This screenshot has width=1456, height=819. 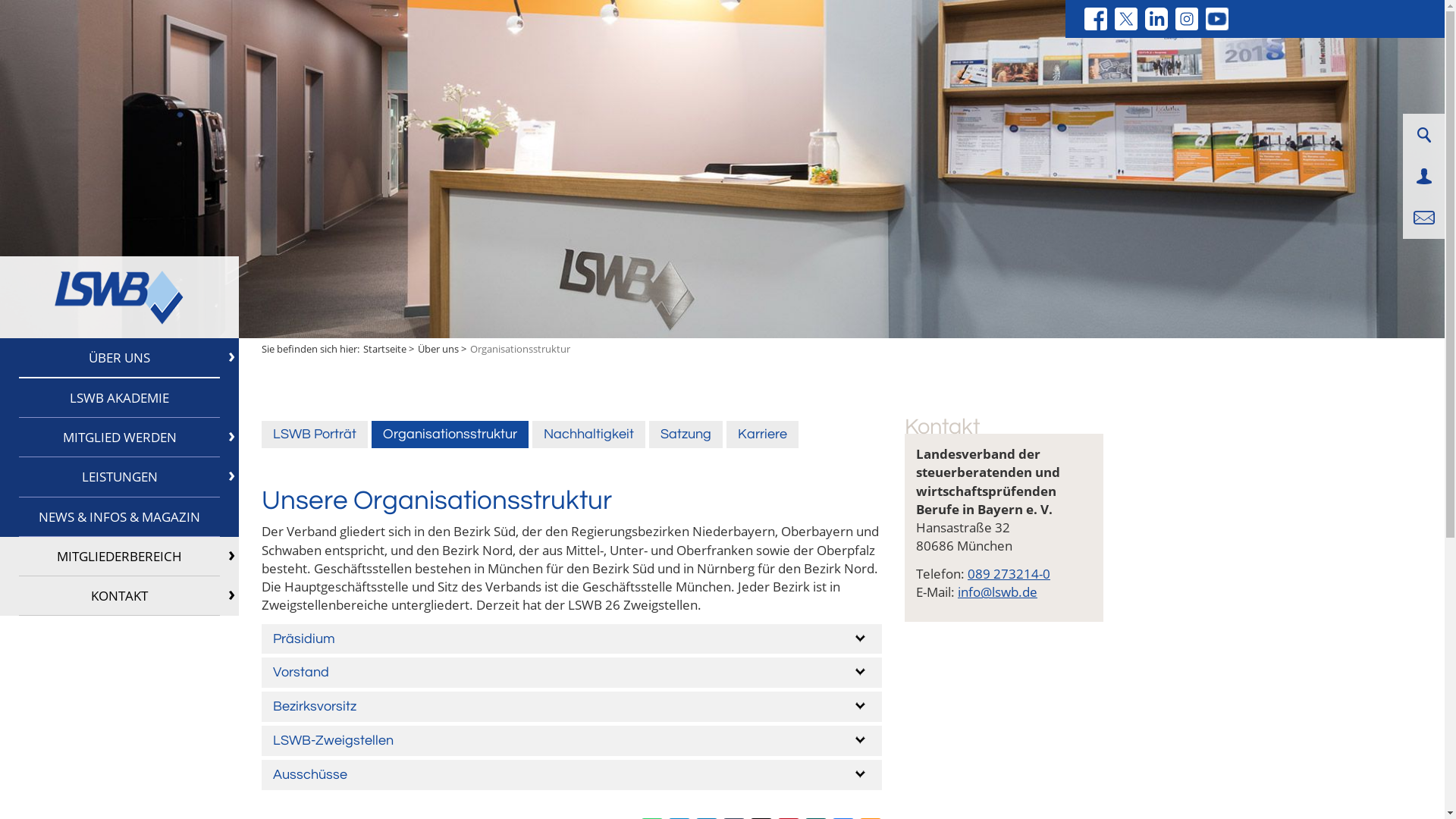 What do you see at coordinates (1423, 175) in the screenshot?
I see `'Login'` at bounding box center [1423, 175].